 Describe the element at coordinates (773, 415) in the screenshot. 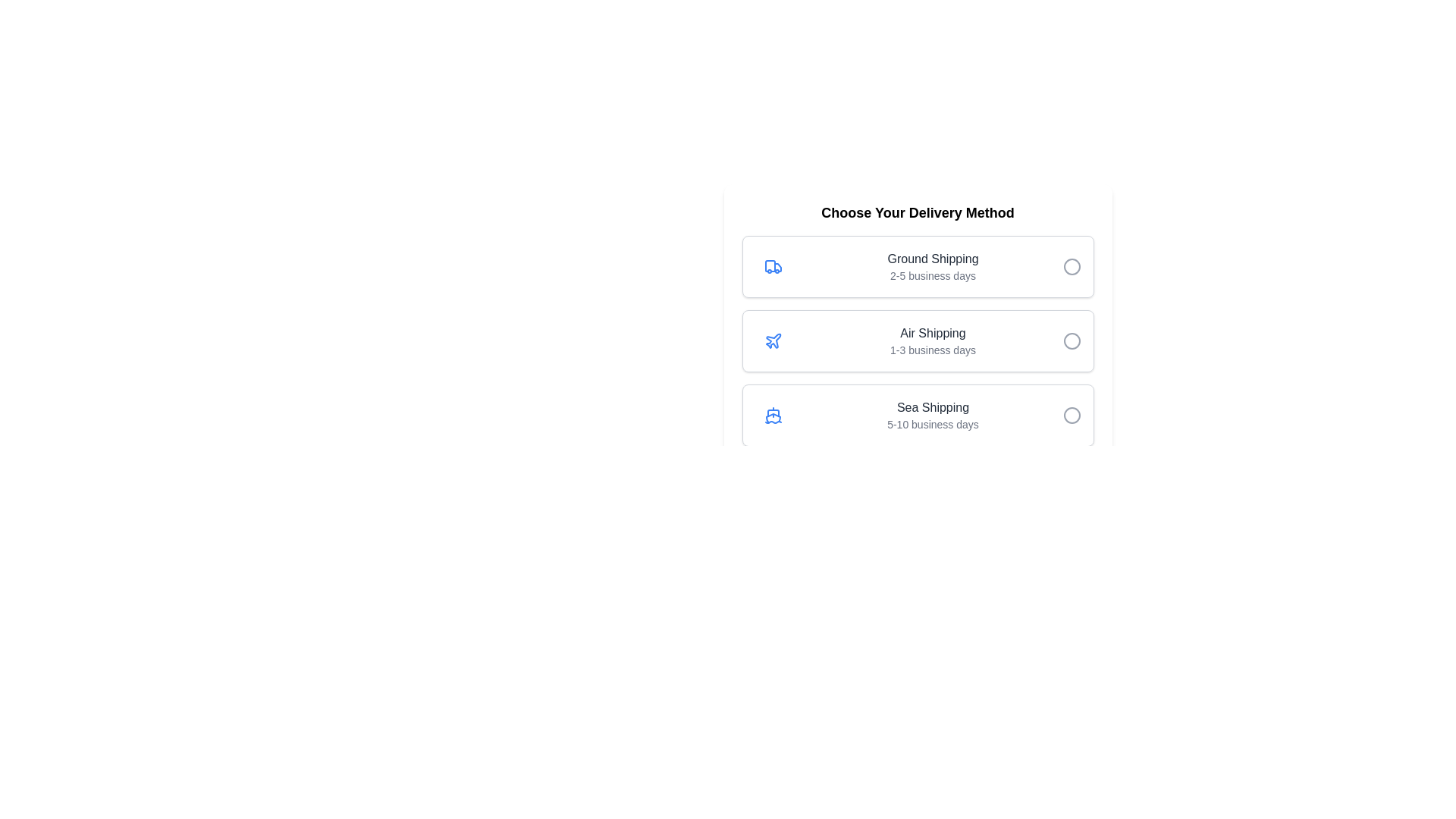

I see `the appearance of the blue ship icon located within the 'Sea Shipping' option of the delivery method selection menu` at that location.